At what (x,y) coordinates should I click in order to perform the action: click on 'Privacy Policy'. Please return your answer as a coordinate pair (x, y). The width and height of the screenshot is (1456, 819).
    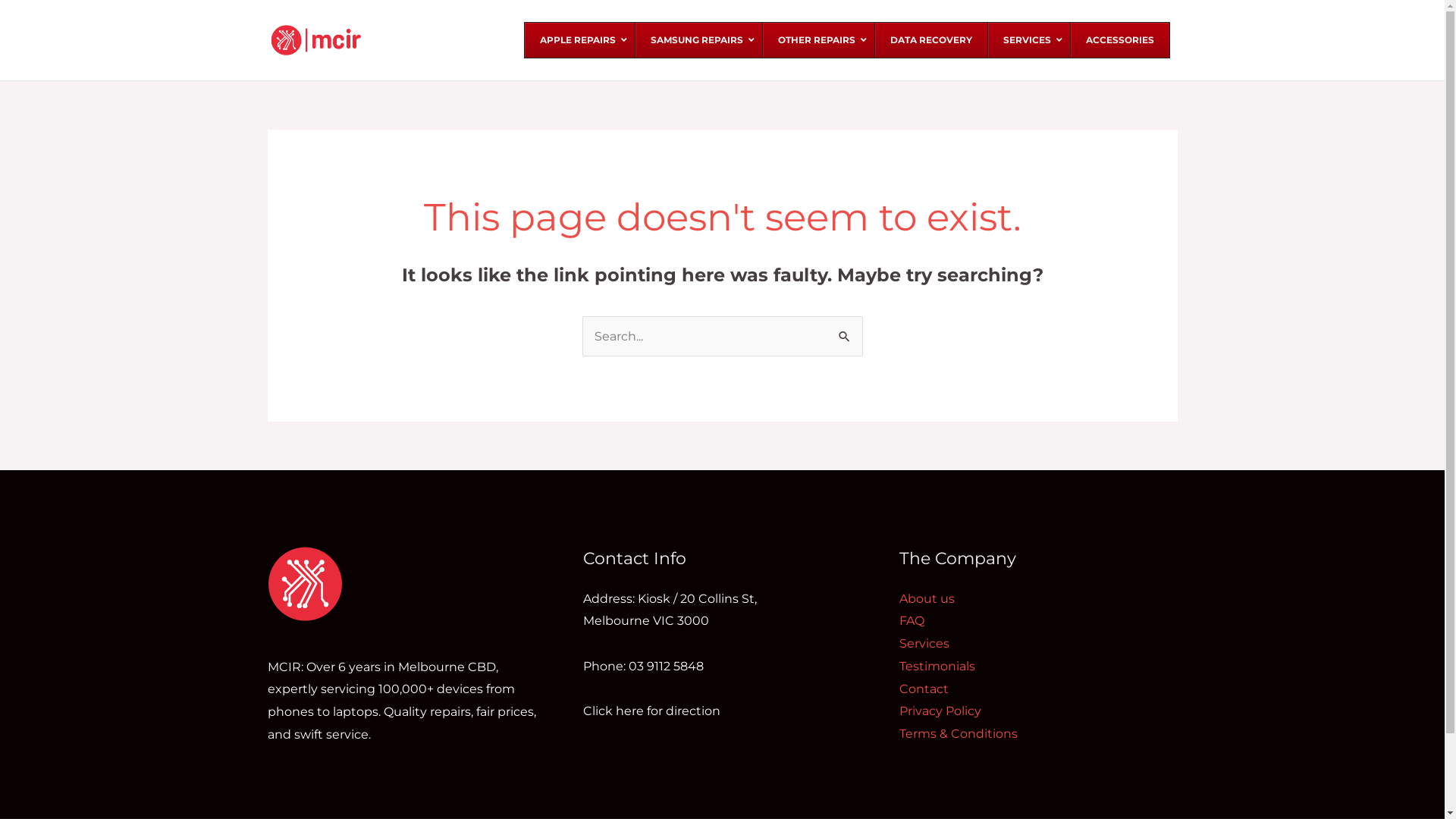
    Looking at the image, I should click on (899, 711).